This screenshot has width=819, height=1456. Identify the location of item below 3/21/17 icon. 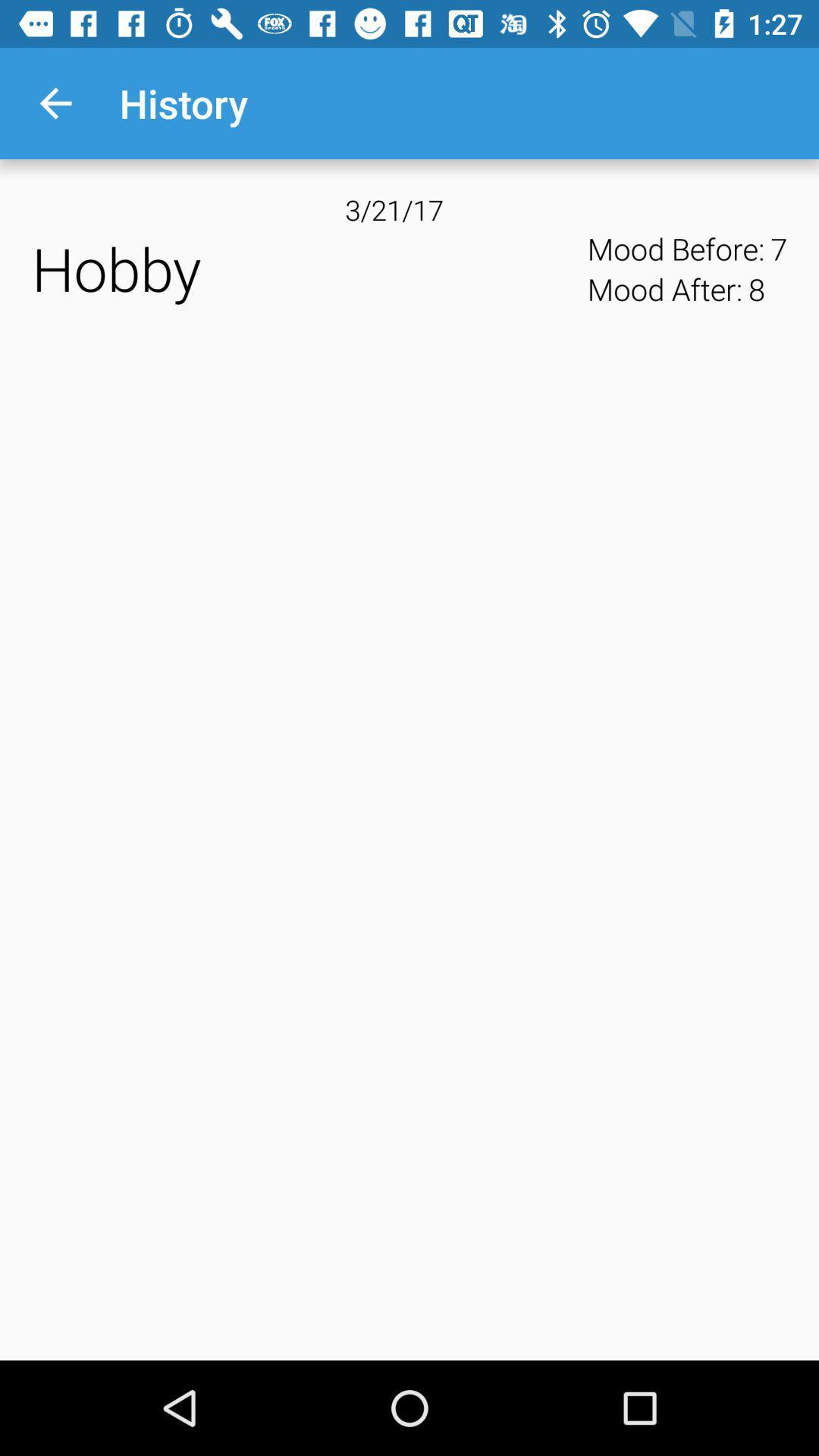
(304, 268).